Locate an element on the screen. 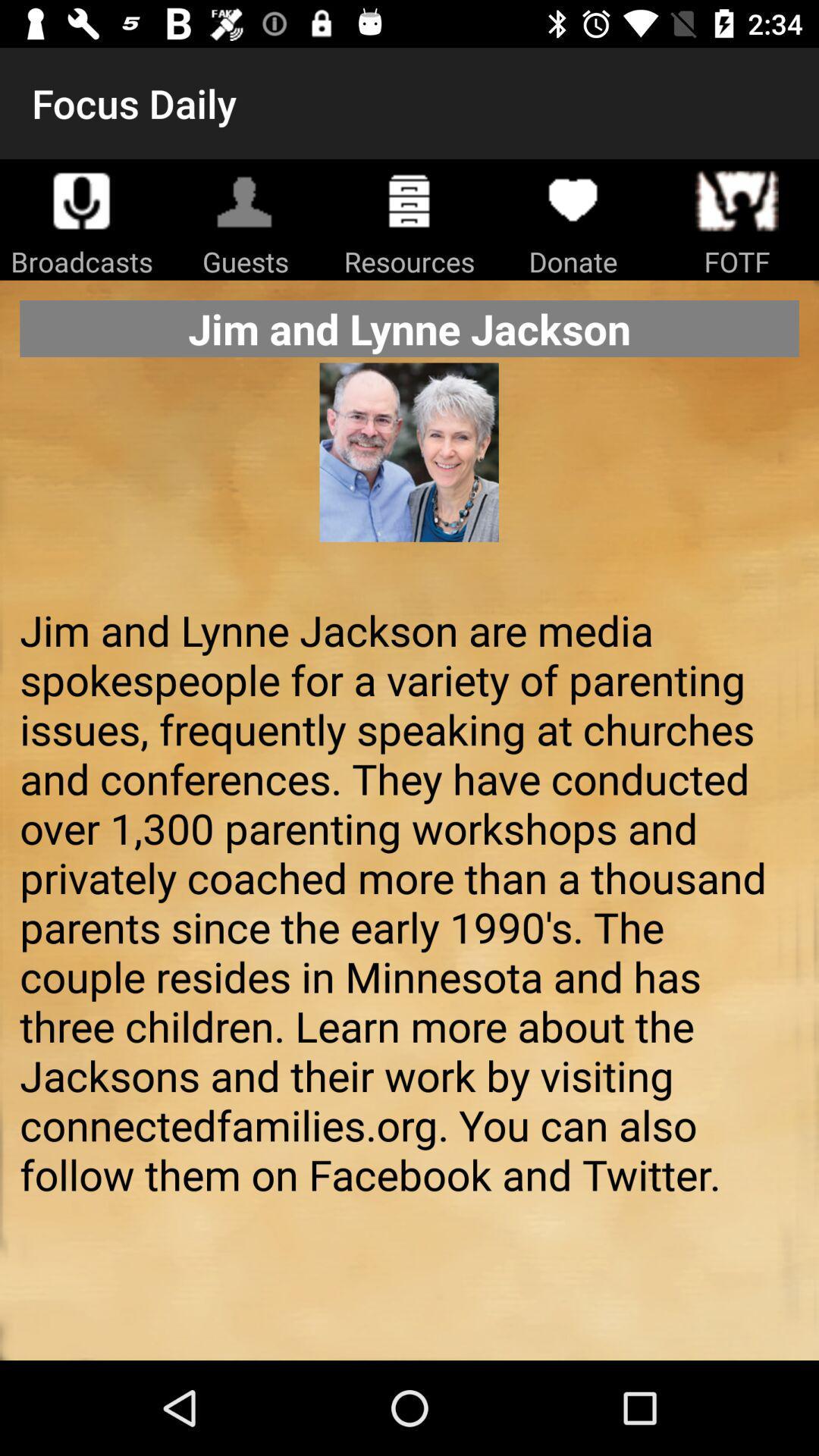 This screenshot has width=819, height=1456. the icon below jim and lynne is located at coordinates (408, 475).